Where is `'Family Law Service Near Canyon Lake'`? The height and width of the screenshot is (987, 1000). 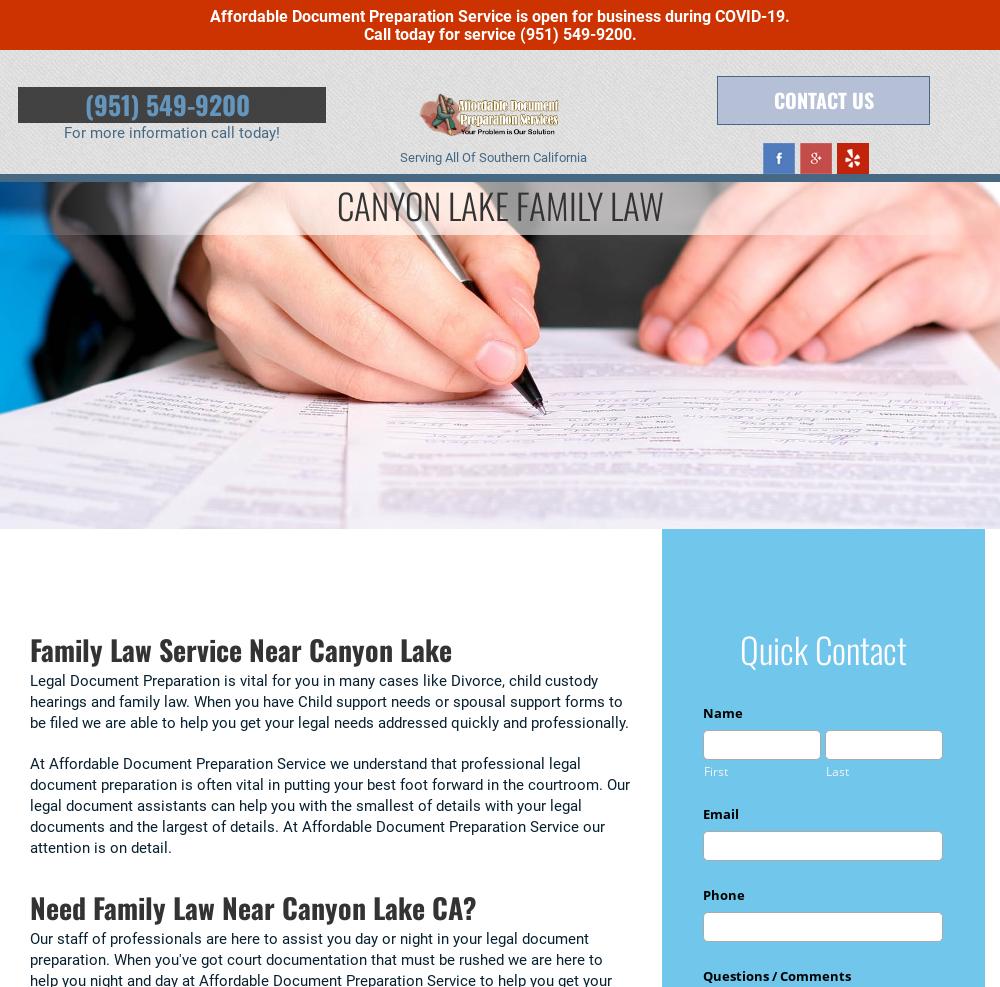 'Family Law Service Near Canyon Lake' is located at coordinates (240, 649).